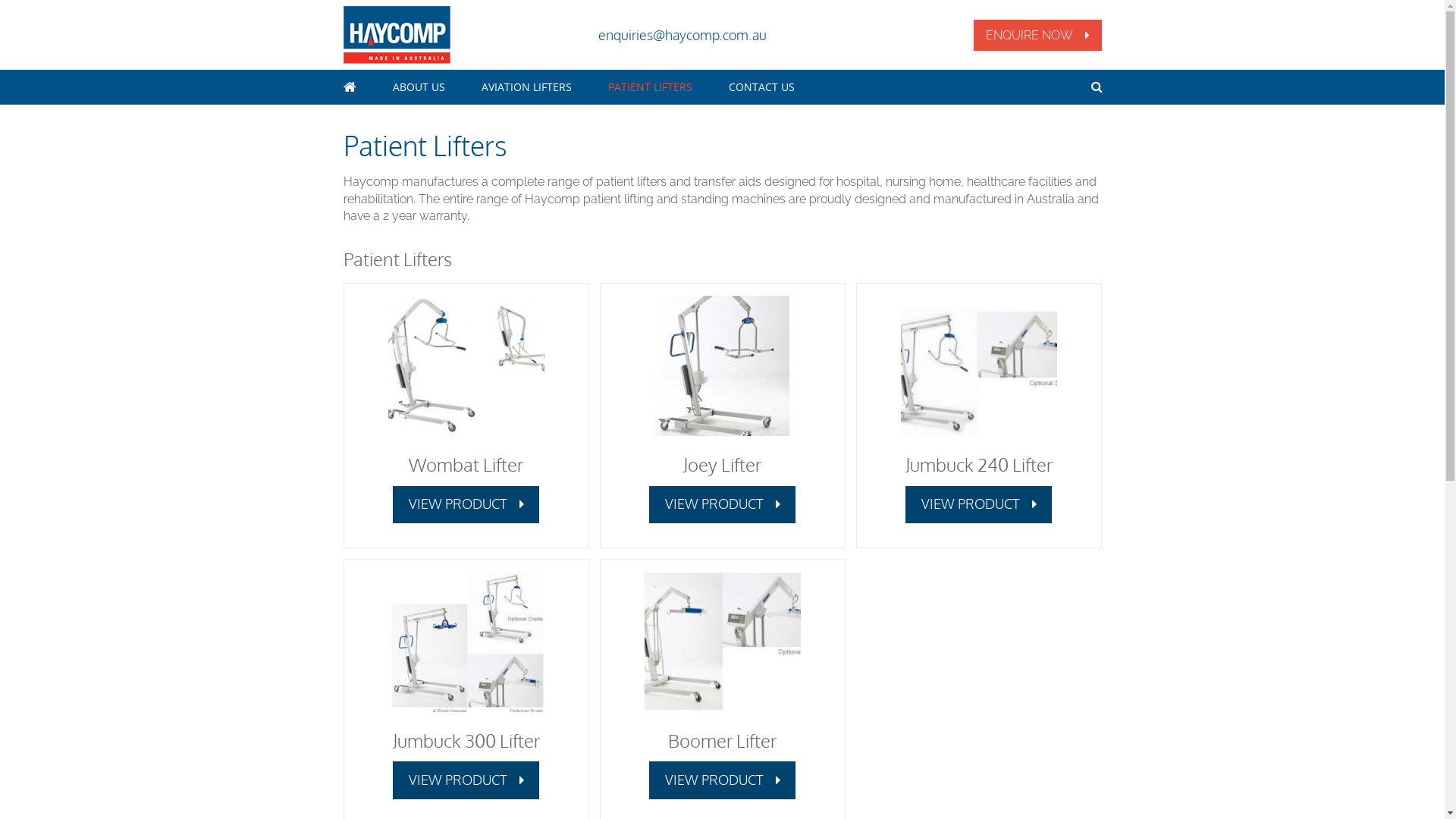 The height and width of the screenshot is (819, 1456). What do you see at coordinates (680, 34) in the screenshot?
I see `'enquiries@haycomp.com.au'` at bounding box center [680, 34].